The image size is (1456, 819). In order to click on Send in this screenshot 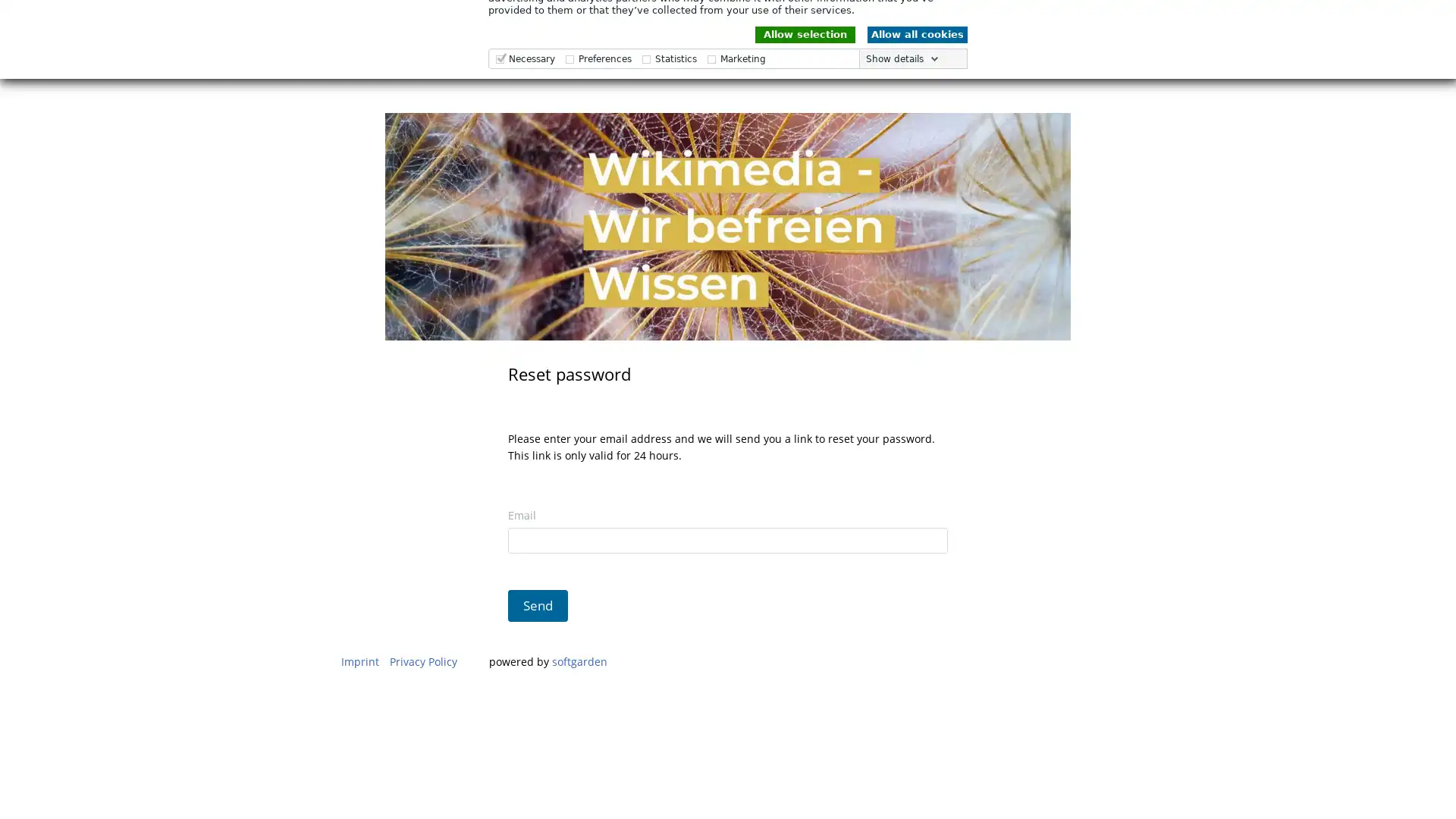, I will do `click(538, 657)`.